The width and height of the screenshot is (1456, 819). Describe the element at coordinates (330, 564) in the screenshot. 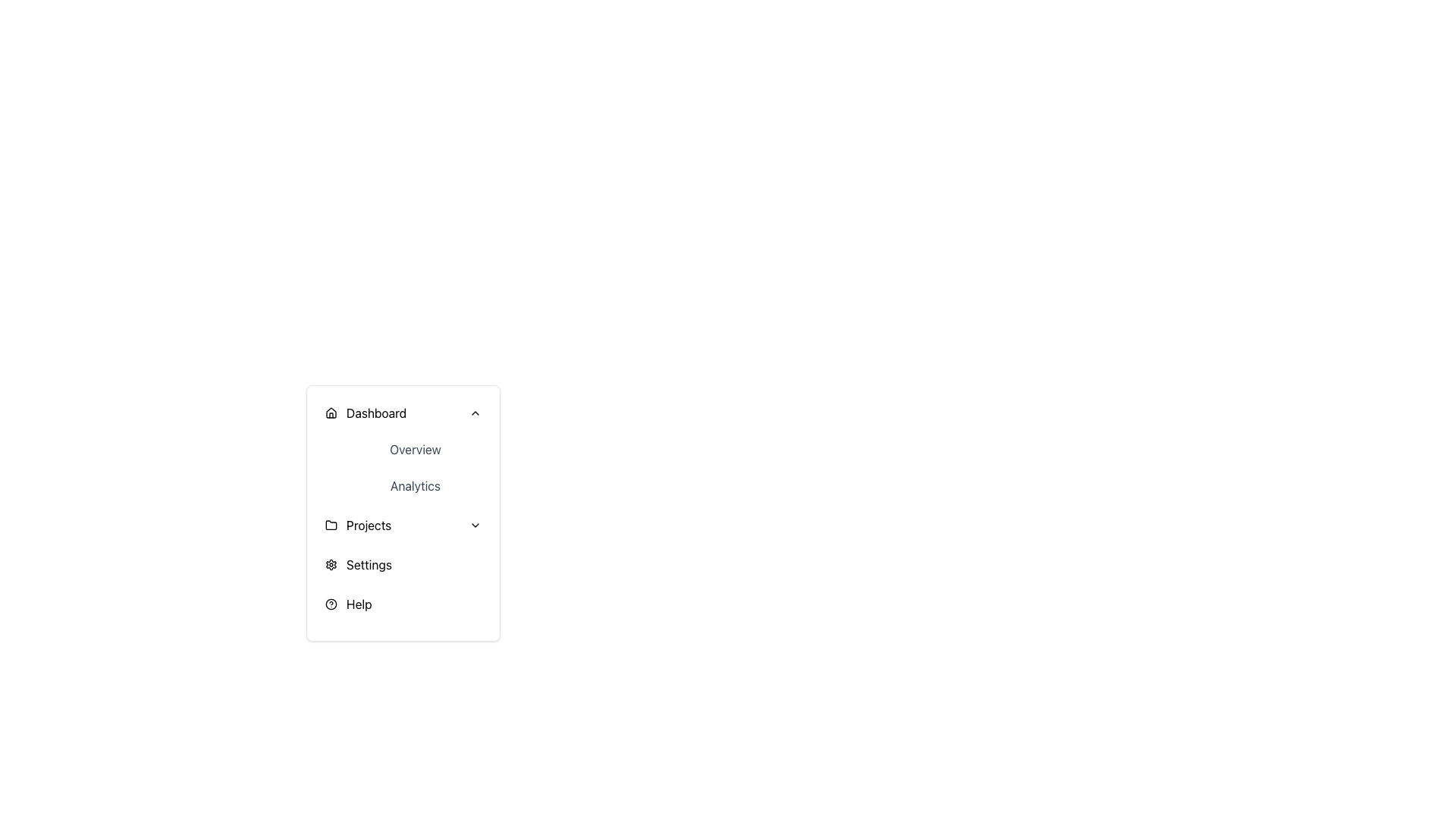

I see `the settings icon located to the left of the 'Settings' text label in the menu` at that location.